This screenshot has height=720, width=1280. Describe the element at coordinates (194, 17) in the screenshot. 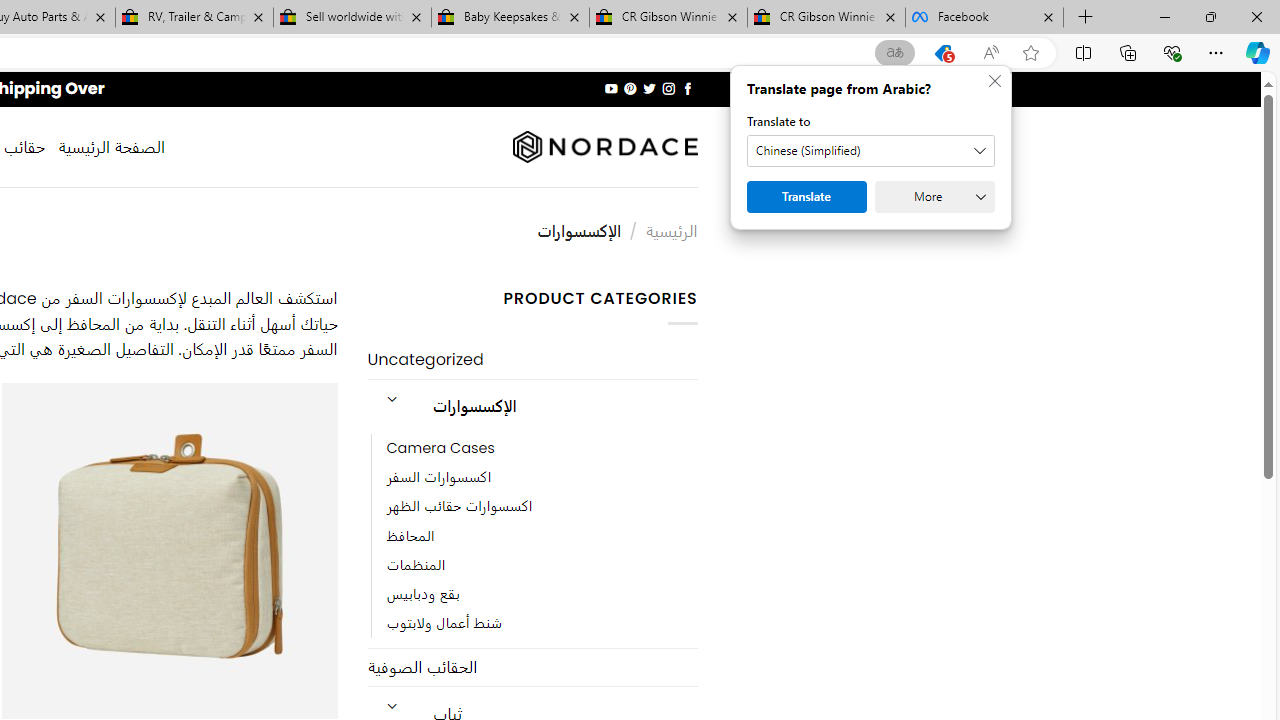

I see `'RV, Trailer & Camper Steps & Ladders for sale | eBay'` at that location.